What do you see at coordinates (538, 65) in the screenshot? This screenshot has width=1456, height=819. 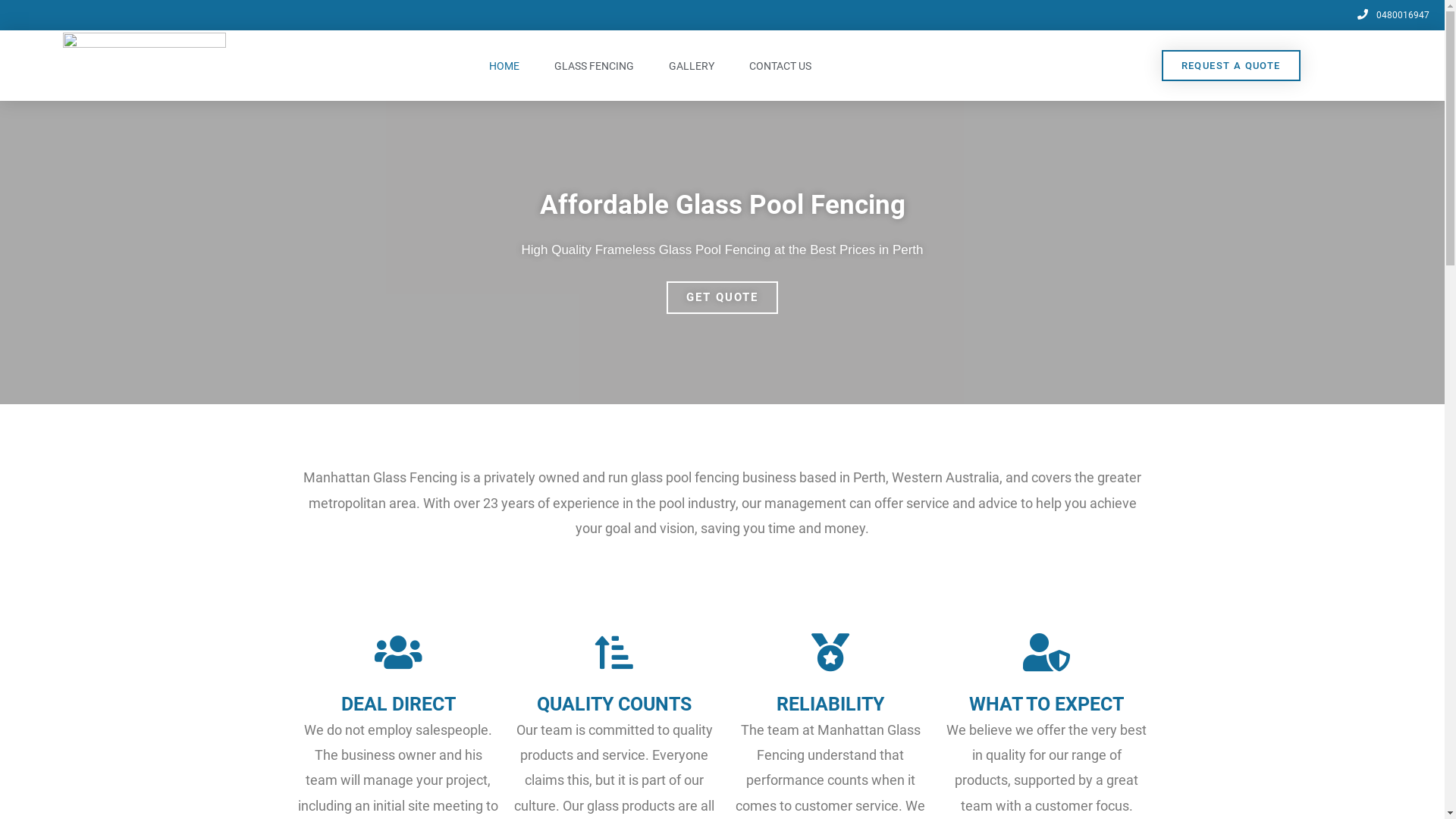 I see `'GLASS FENCING'` at bounding box center [538, 65].